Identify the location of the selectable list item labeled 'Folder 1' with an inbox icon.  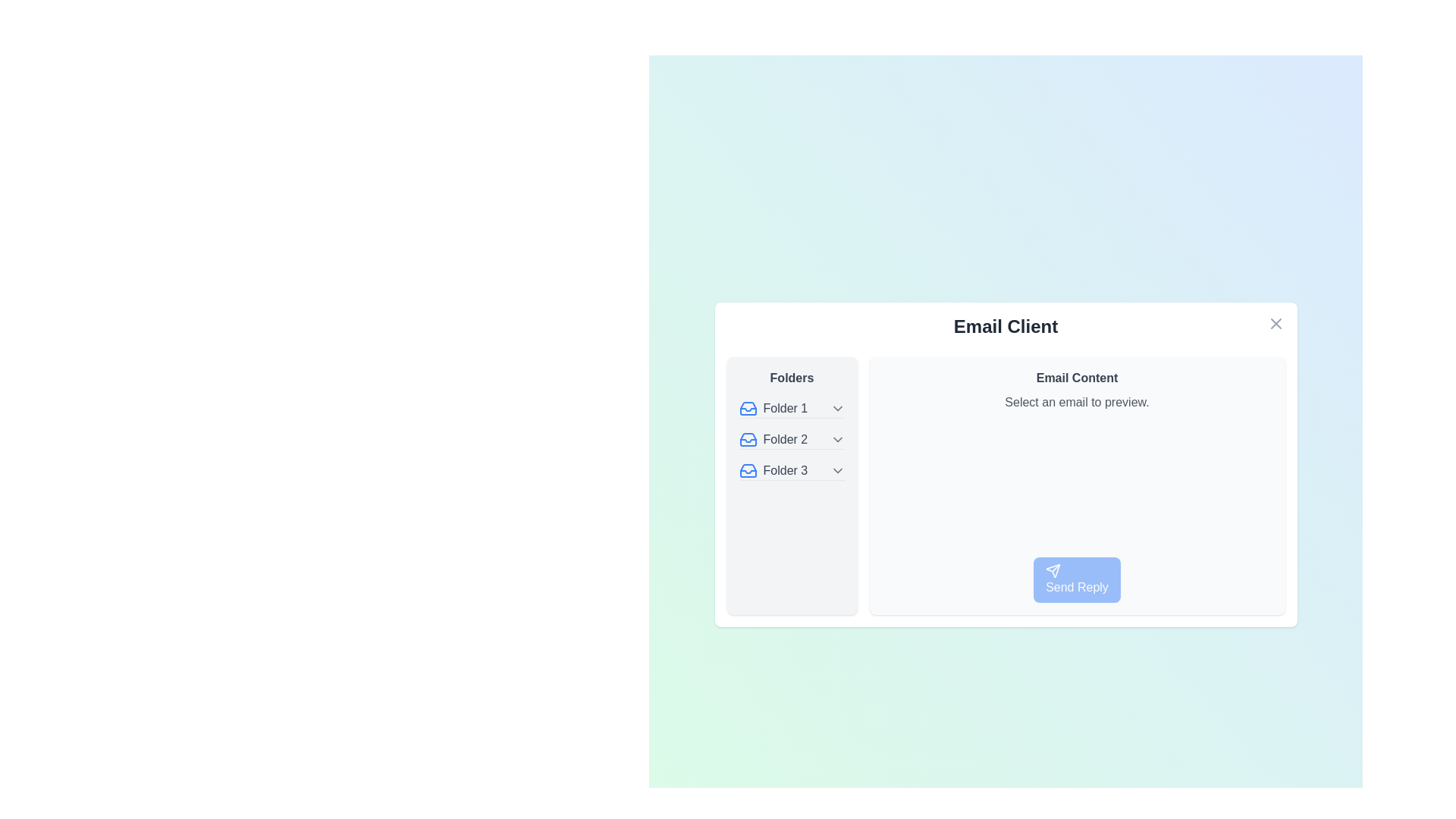
(791, 408).